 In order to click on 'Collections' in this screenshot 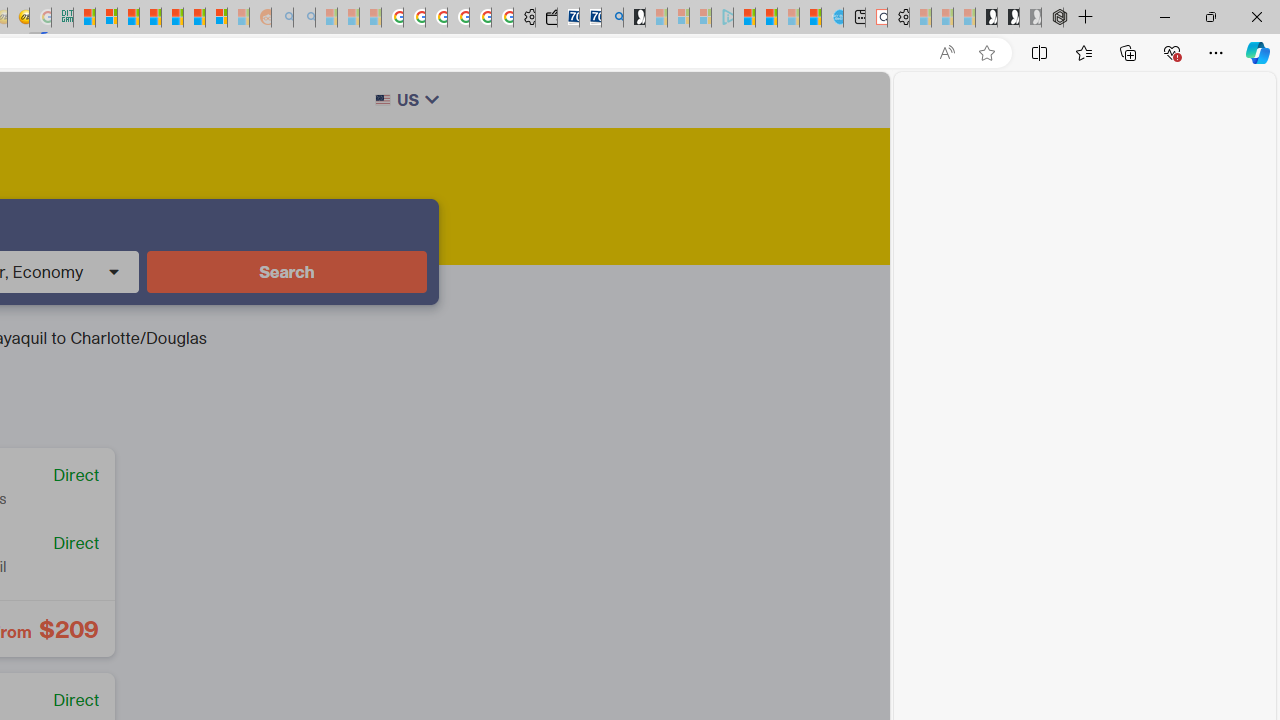, I will do `click(1128, 51)`.